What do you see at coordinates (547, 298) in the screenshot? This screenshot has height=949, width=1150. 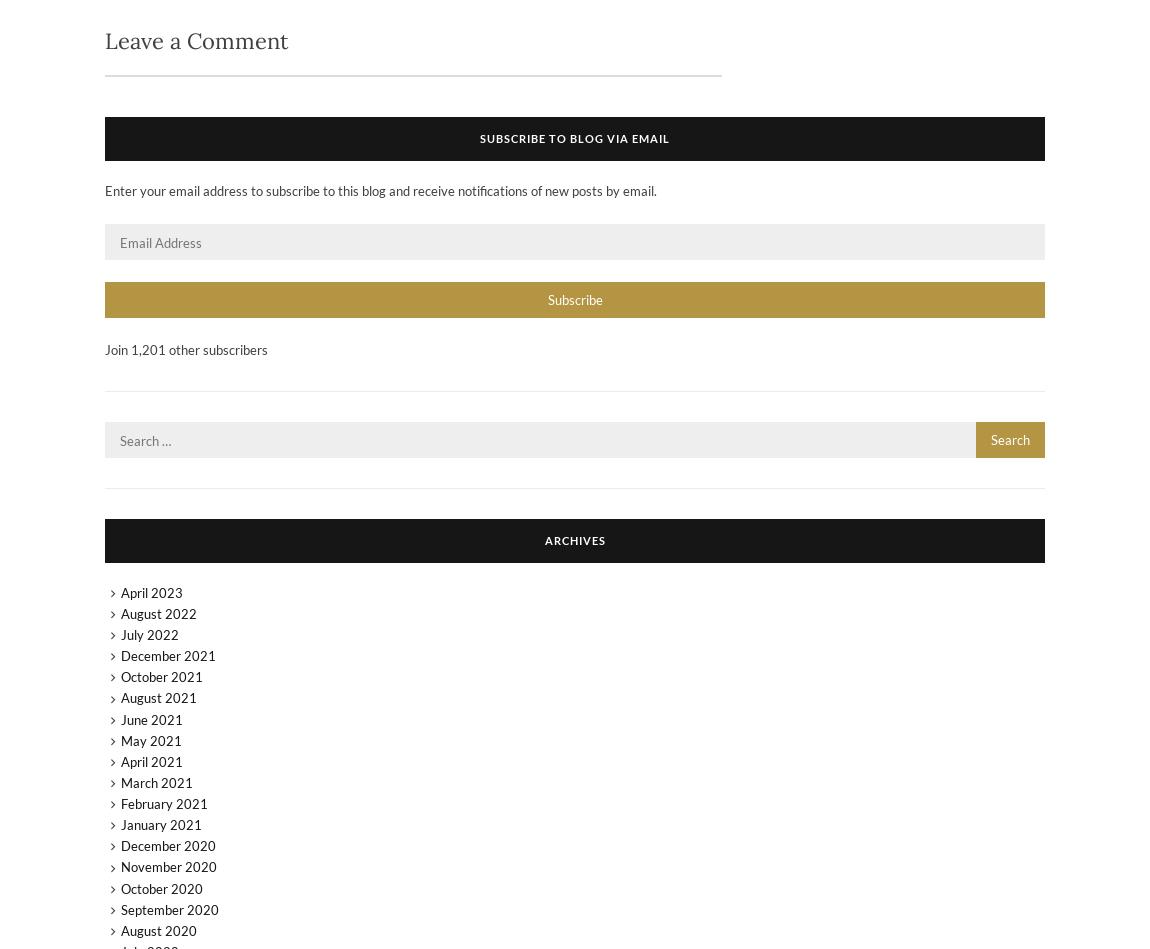 I see `'Subscribe'` at bounding box center [547, 298].